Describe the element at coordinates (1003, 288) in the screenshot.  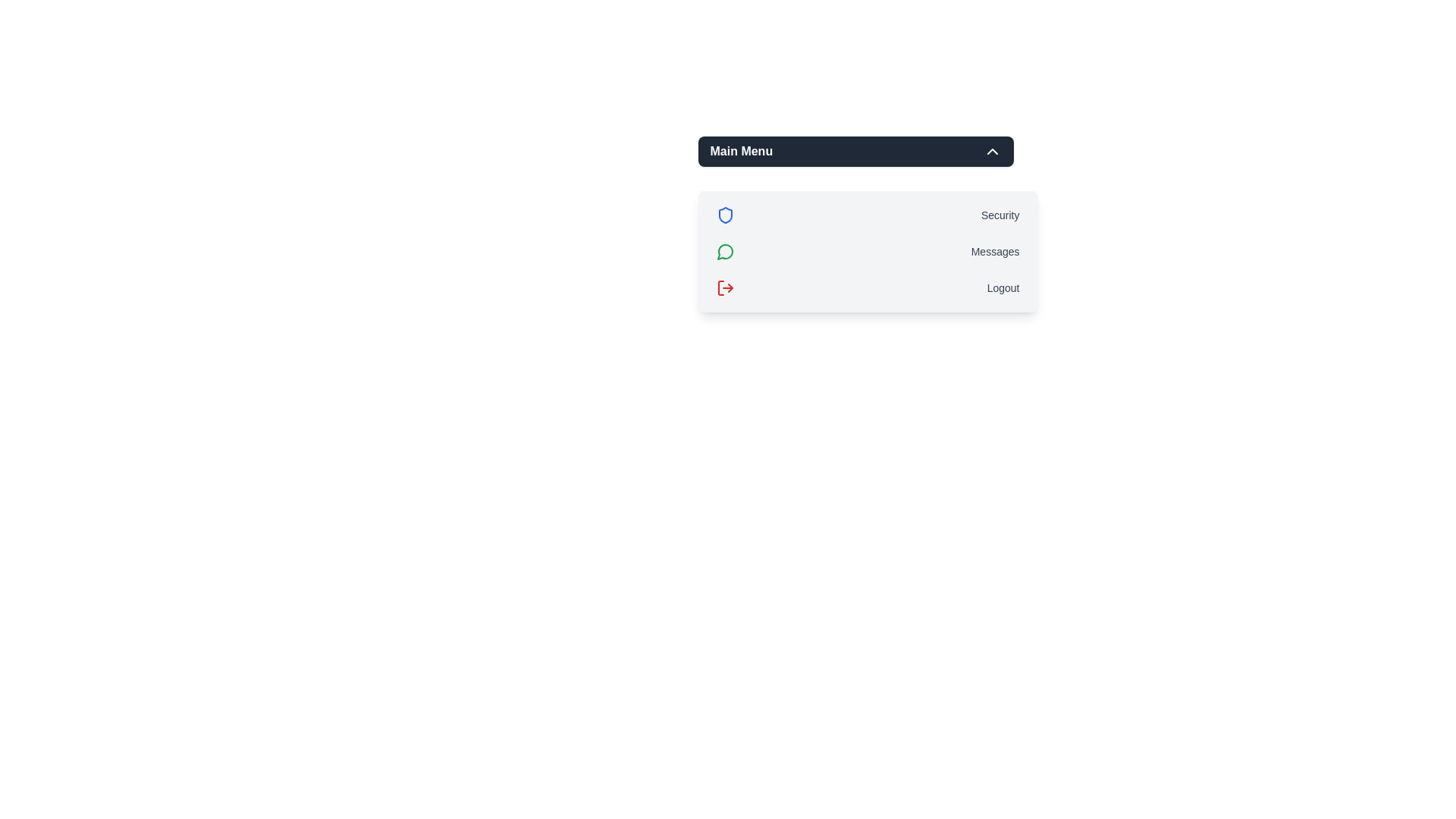
I see `the logout text label located at the rightmost item of the last row in the dropdown menu, indicating the logout action` at that location.